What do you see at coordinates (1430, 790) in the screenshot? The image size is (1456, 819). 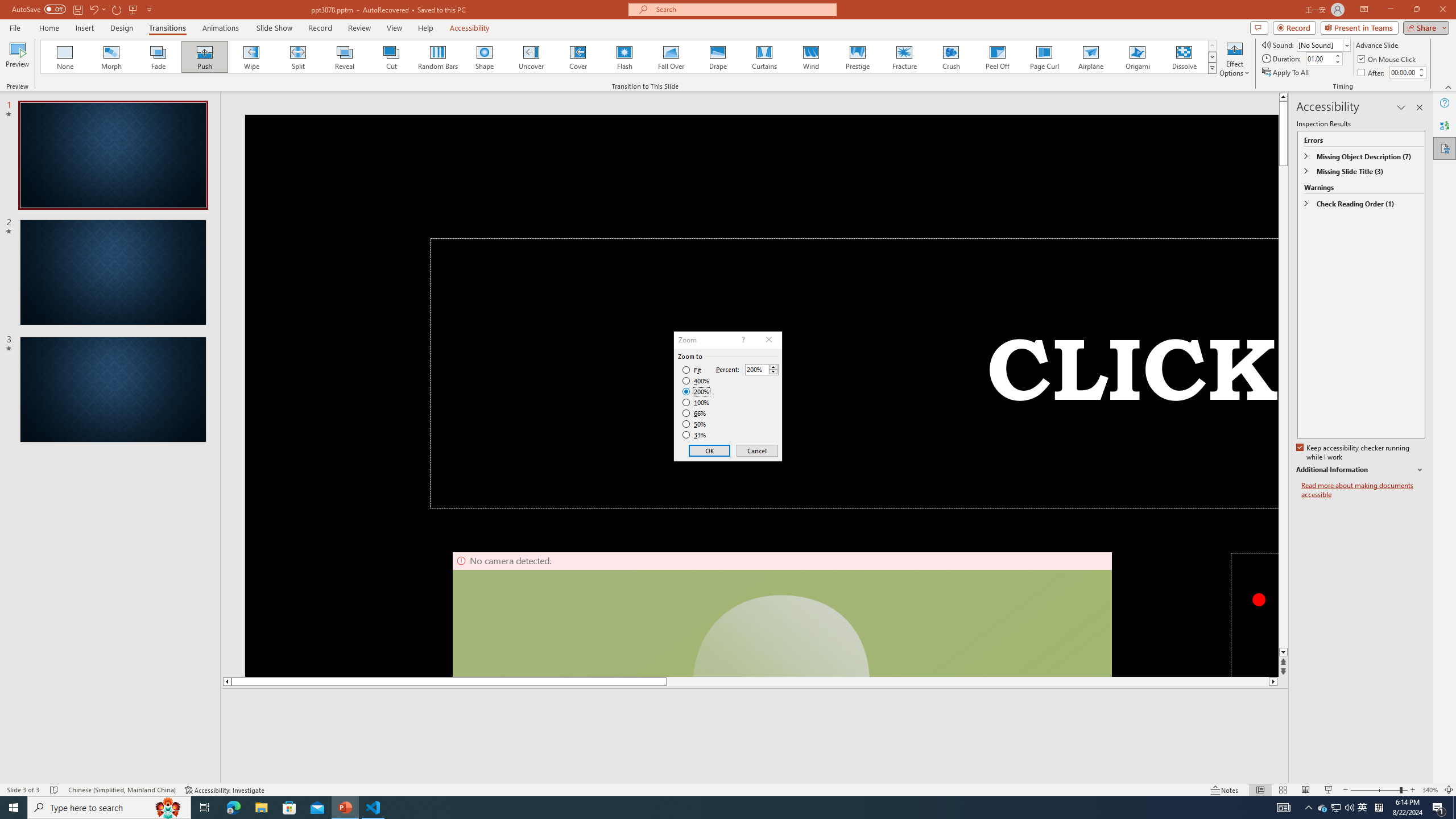 I see `'Zoom 340%'` at bounding box center [1430, 790].